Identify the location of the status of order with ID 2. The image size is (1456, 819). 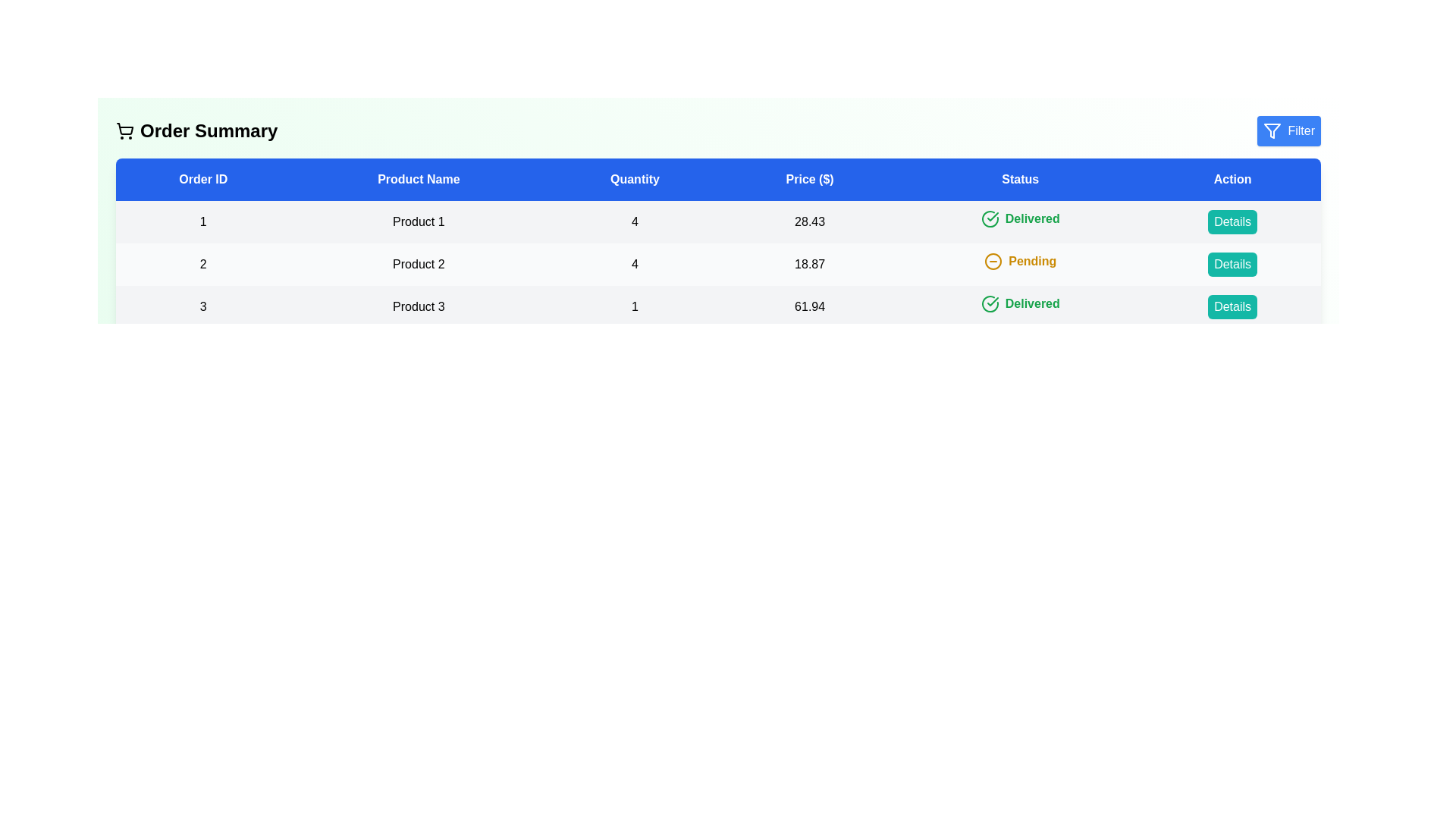
(1019, 260).